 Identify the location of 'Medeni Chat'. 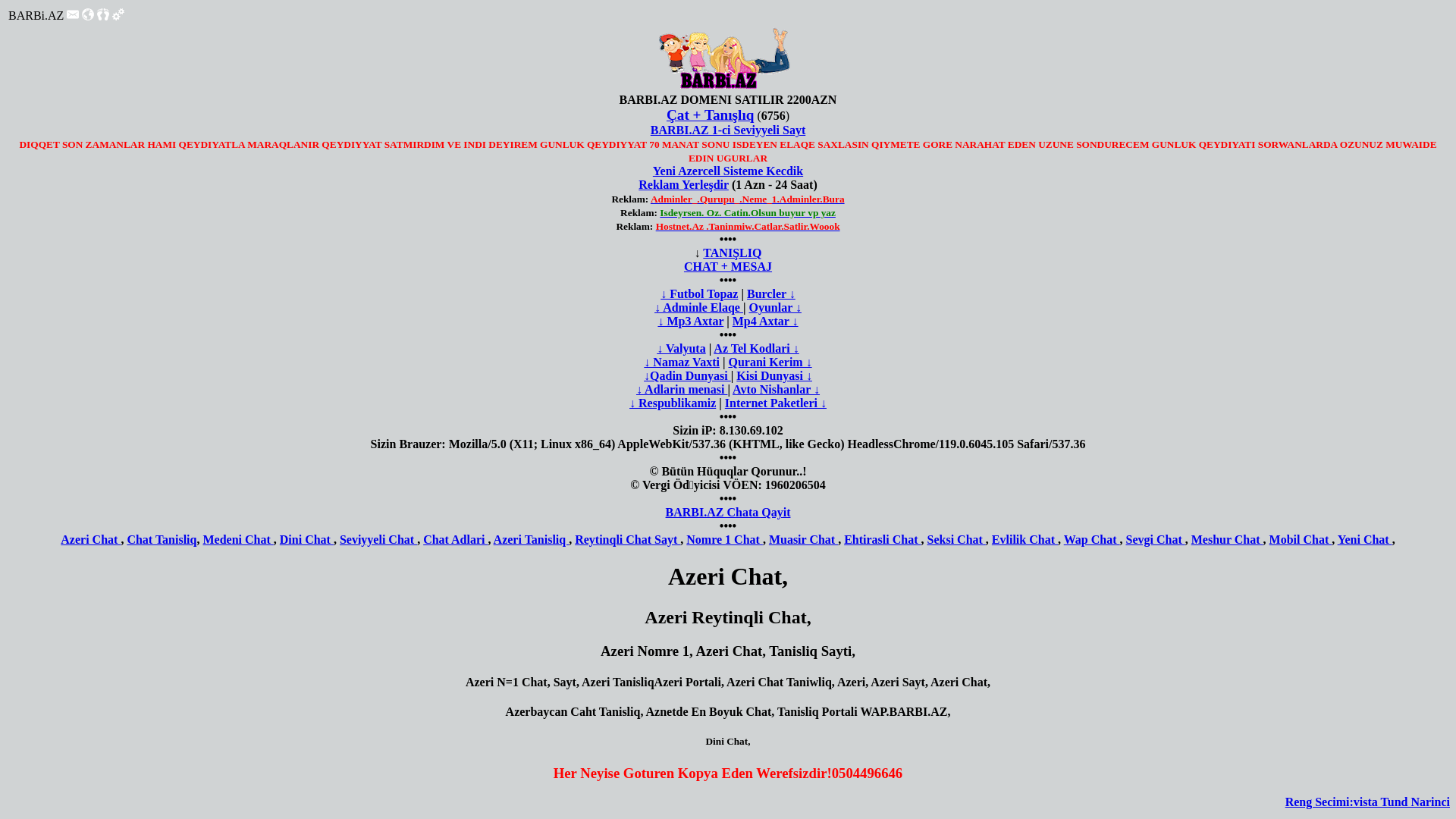
(202, 538).